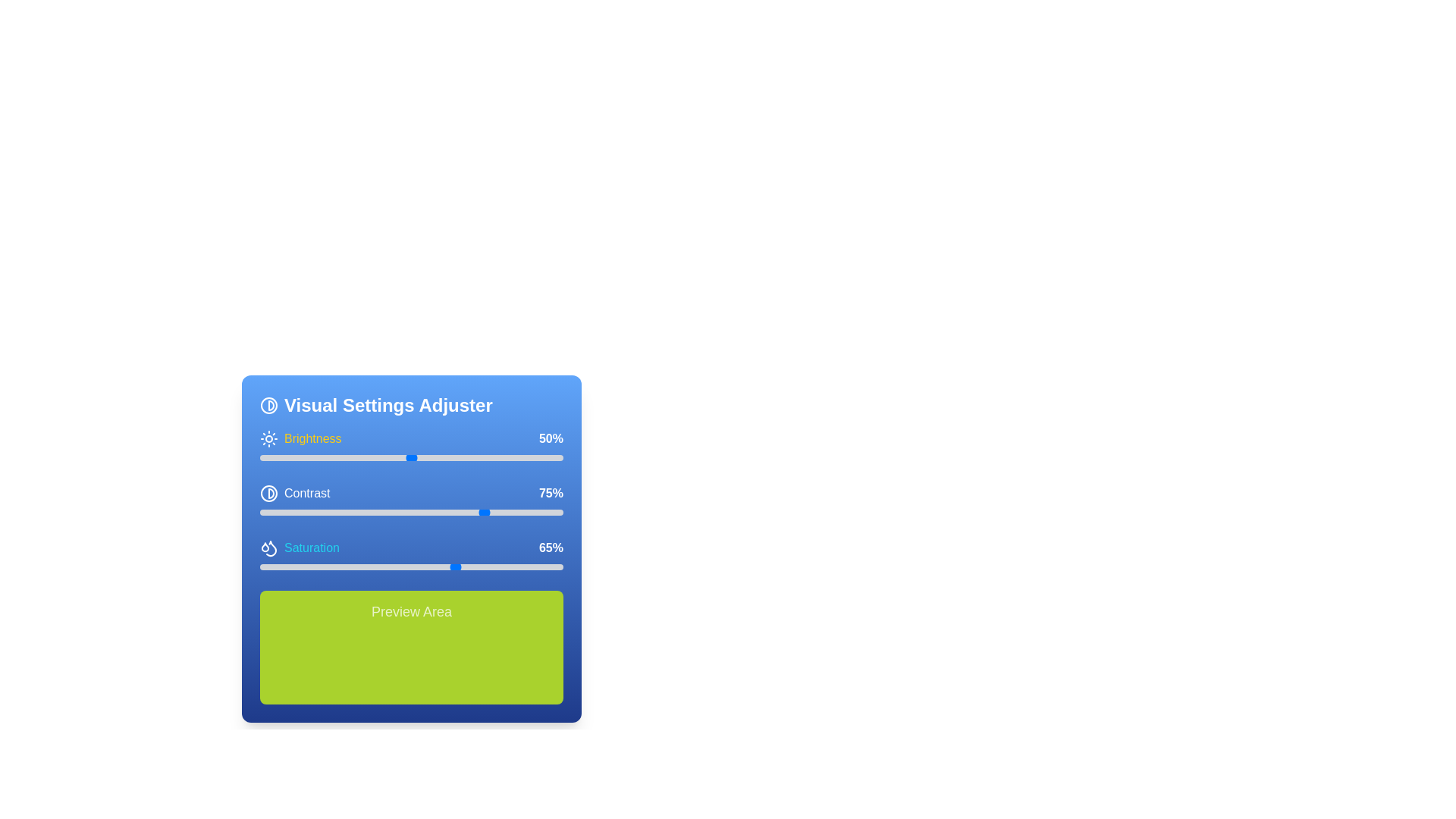 Image resolution: width=1456 pixels, height=819 pixels. I want to click on saturation, so click(284, 567).